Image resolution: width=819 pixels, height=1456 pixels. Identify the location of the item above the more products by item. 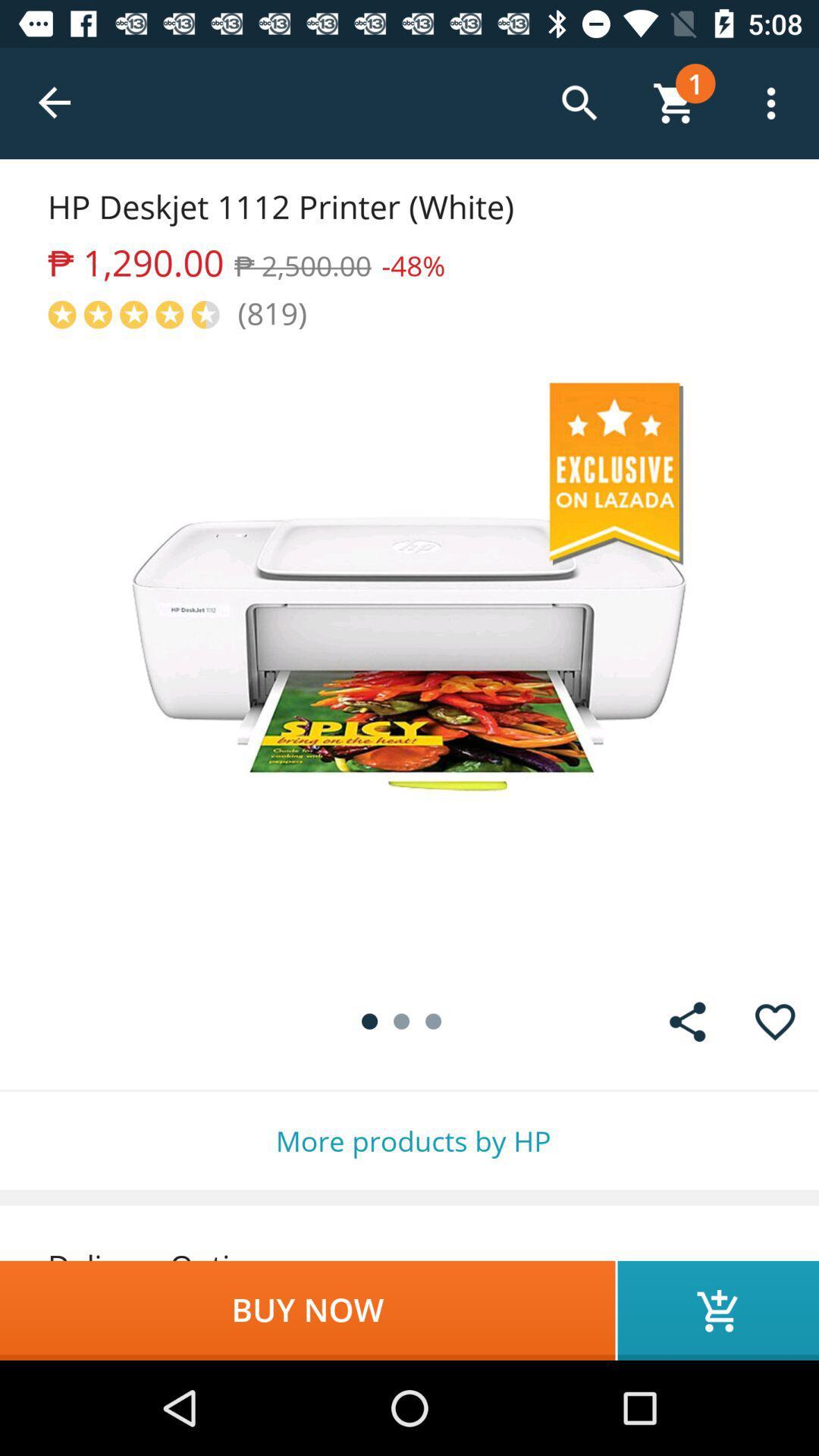
(775, 1021).